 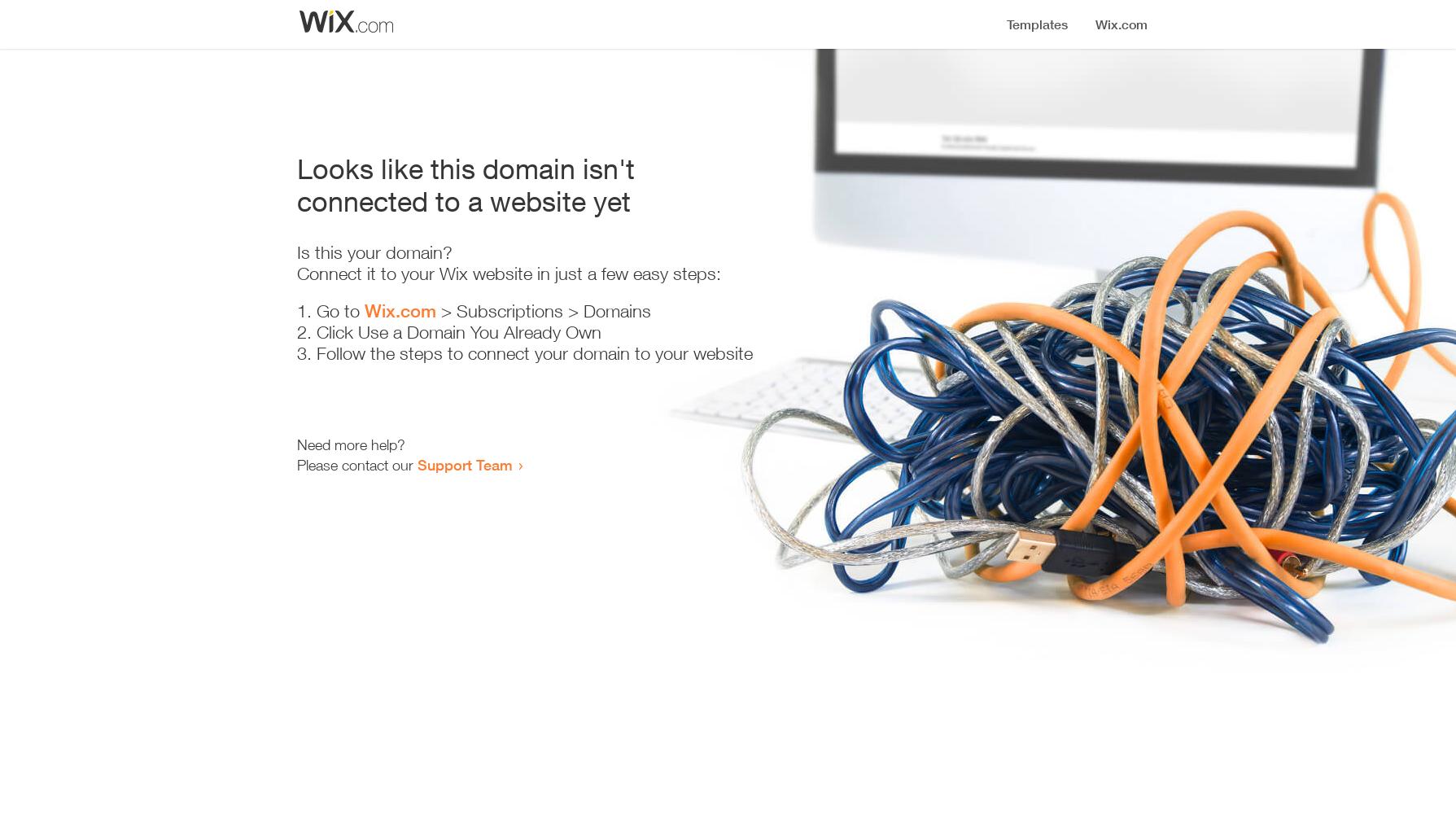 I want to click on 'Go to', so click(x=339, y=311).